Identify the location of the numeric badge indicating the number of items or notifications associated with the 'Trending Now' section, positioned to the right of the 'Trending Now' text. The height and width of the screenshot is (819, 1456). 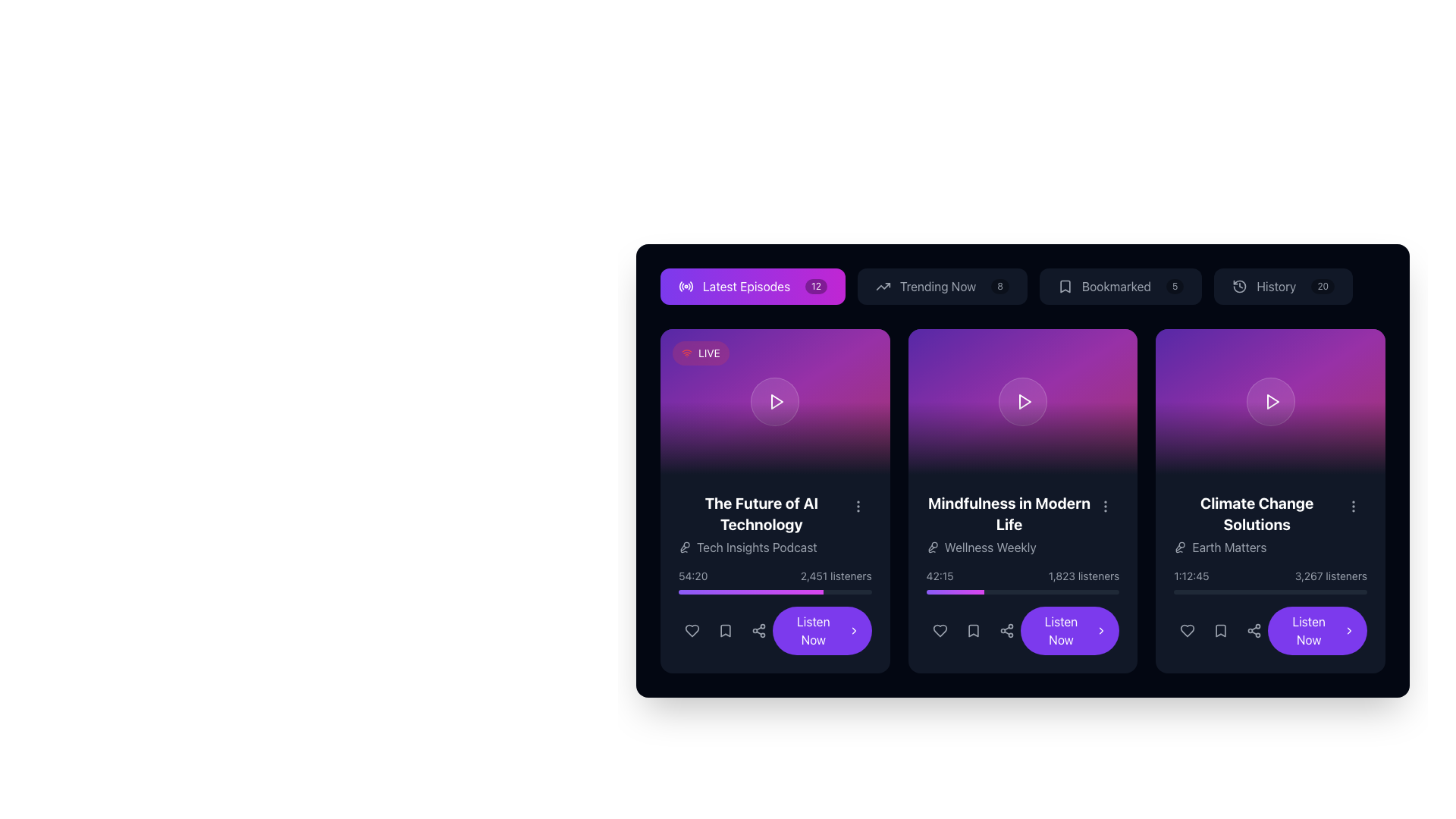
(1000, 287).